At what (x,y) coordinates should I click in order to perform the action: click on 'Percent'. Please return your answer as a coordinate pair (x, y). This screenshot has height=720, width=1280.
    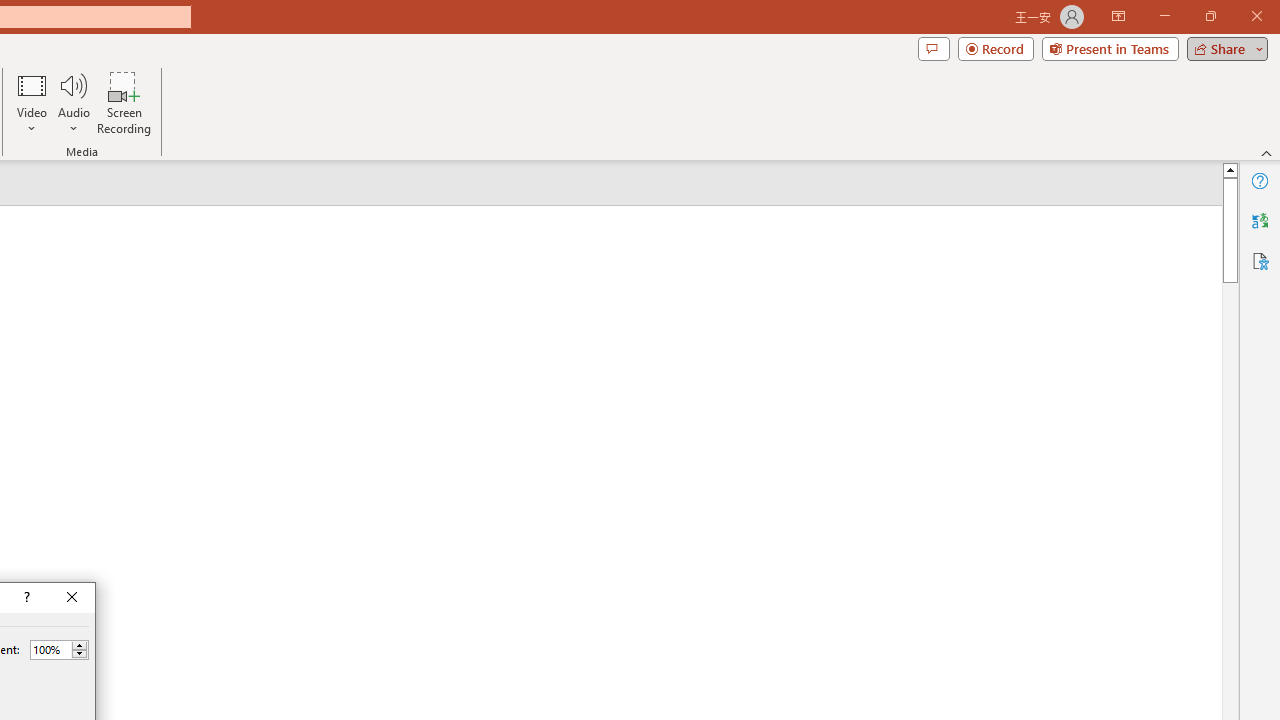
    Looking at the image, I should click on (59, 650).